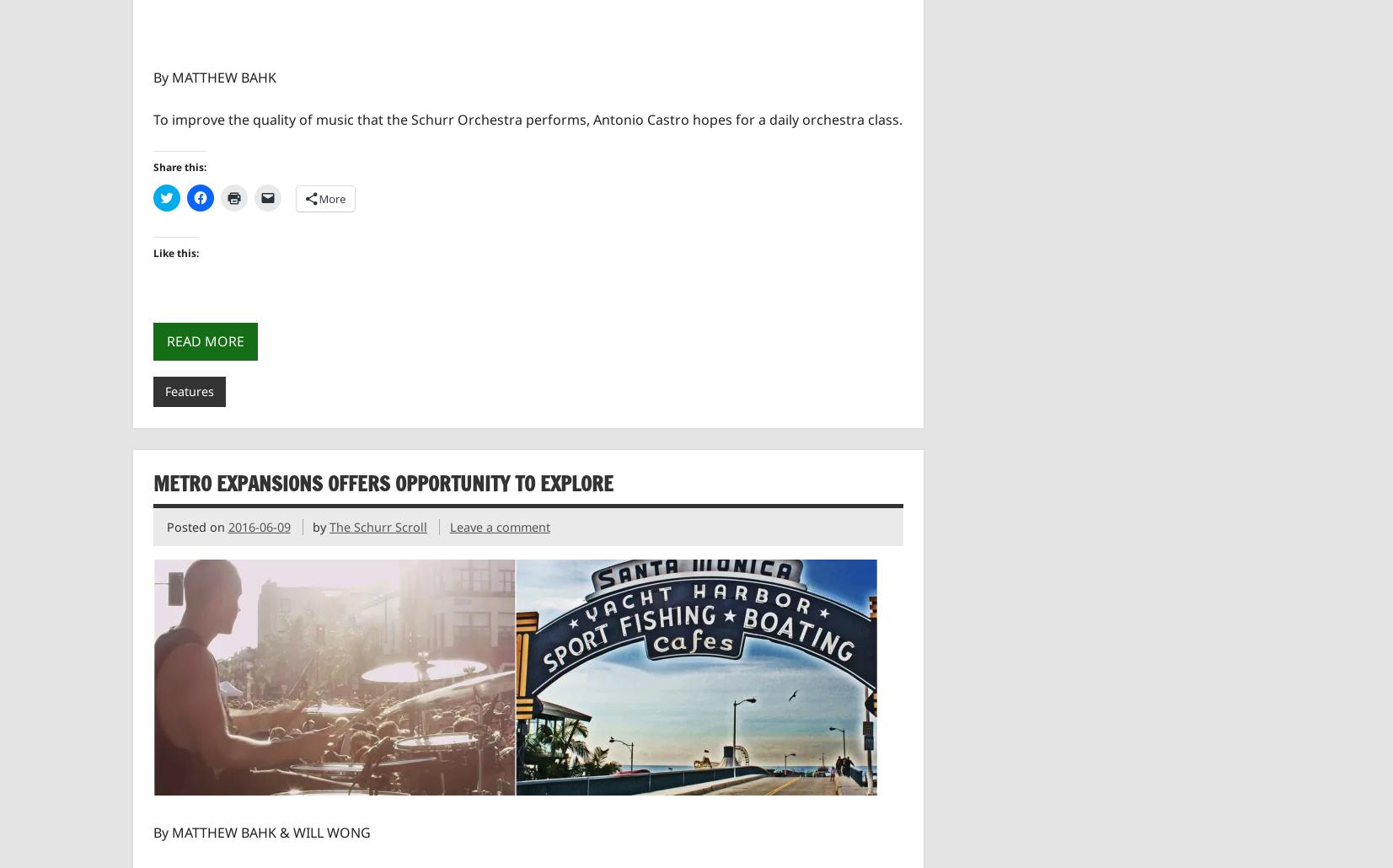  What do you see at coordinates (213, 76) in the screenshot?
I see `'By MATTHEW BAHK'` at bounding box center [213, 76].